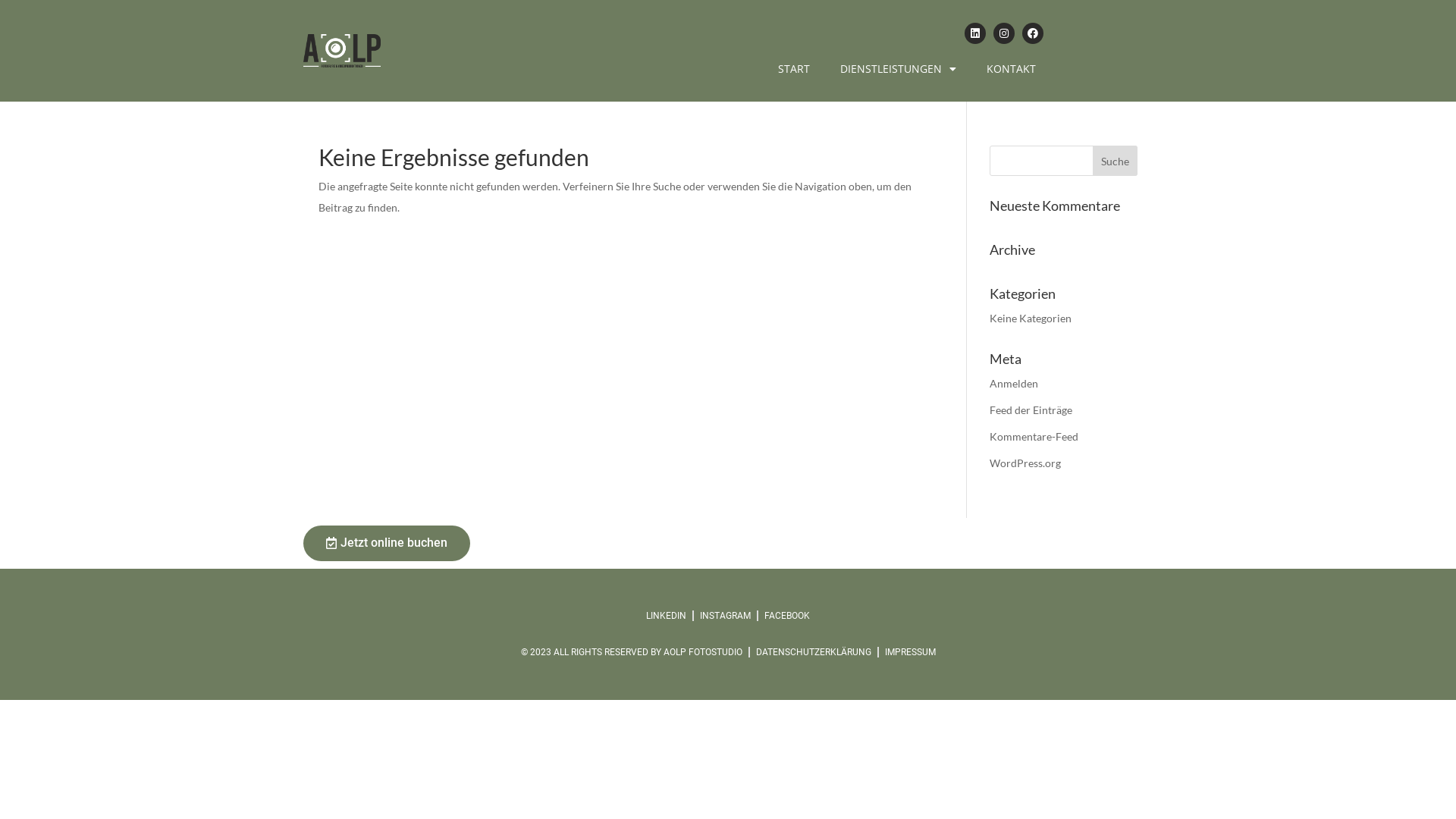  Describe the element at coordinates (386, 542) in the screenshot. I see `'Jetzt online buchen'` at that location.